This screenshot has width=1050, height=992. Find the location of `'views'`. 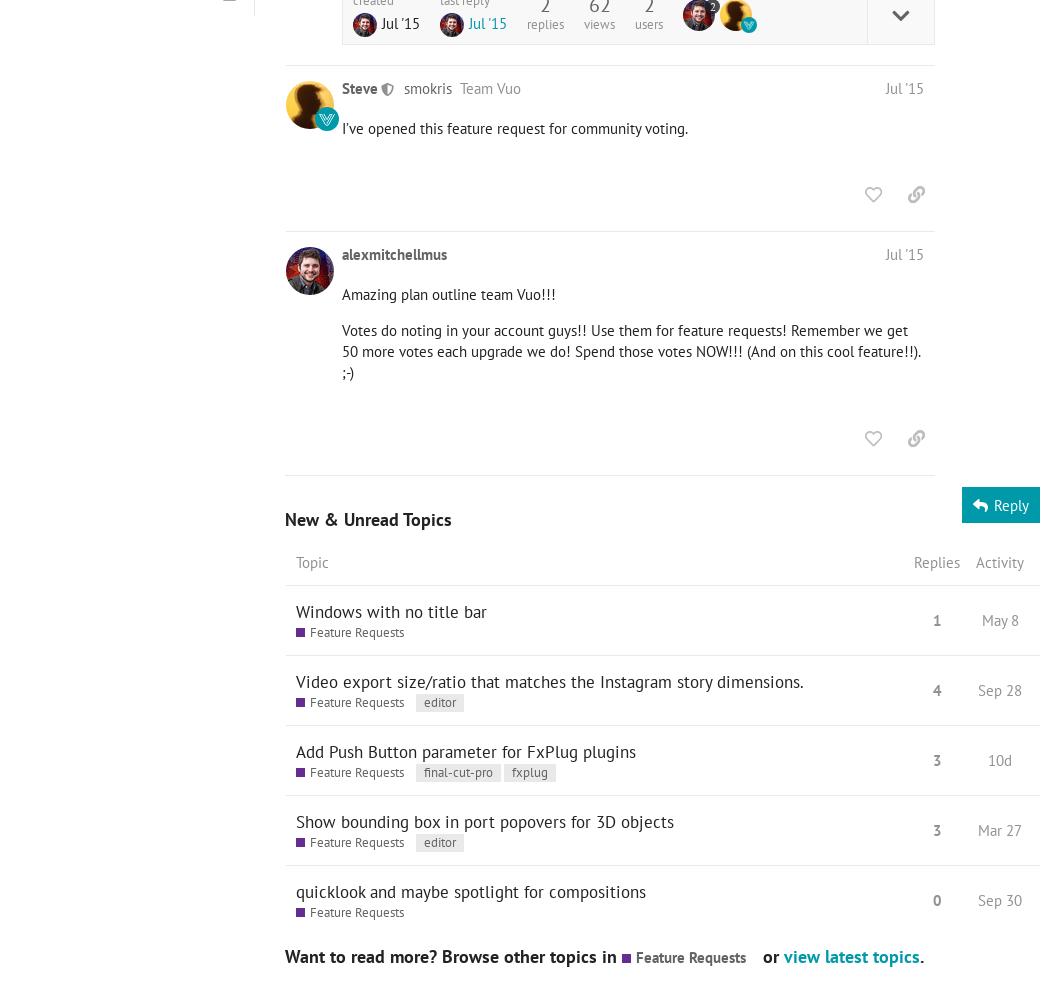

'views' is located at coordinates (598, 22).